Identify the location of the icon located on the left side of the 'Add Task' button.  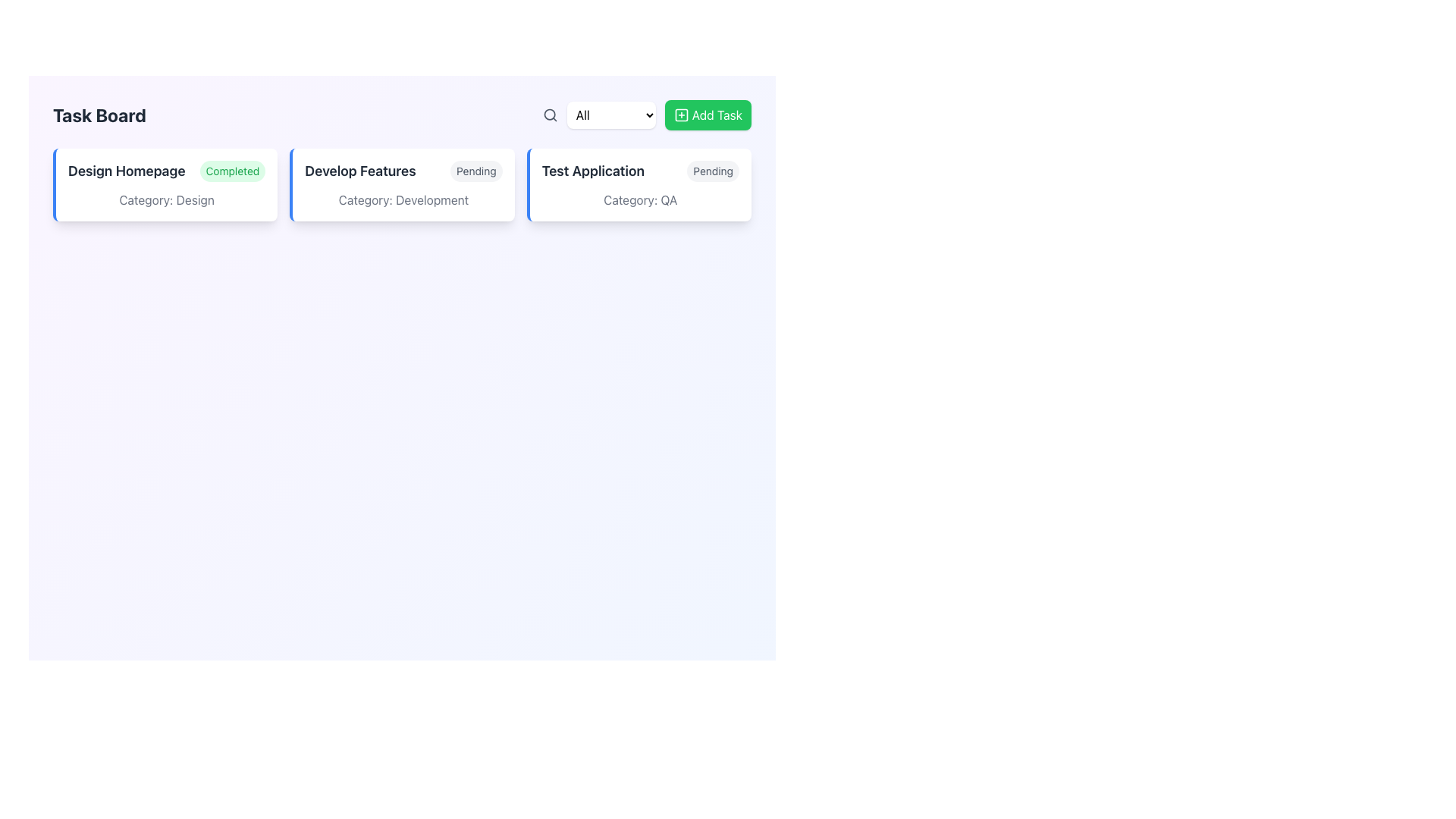
(680, 114).